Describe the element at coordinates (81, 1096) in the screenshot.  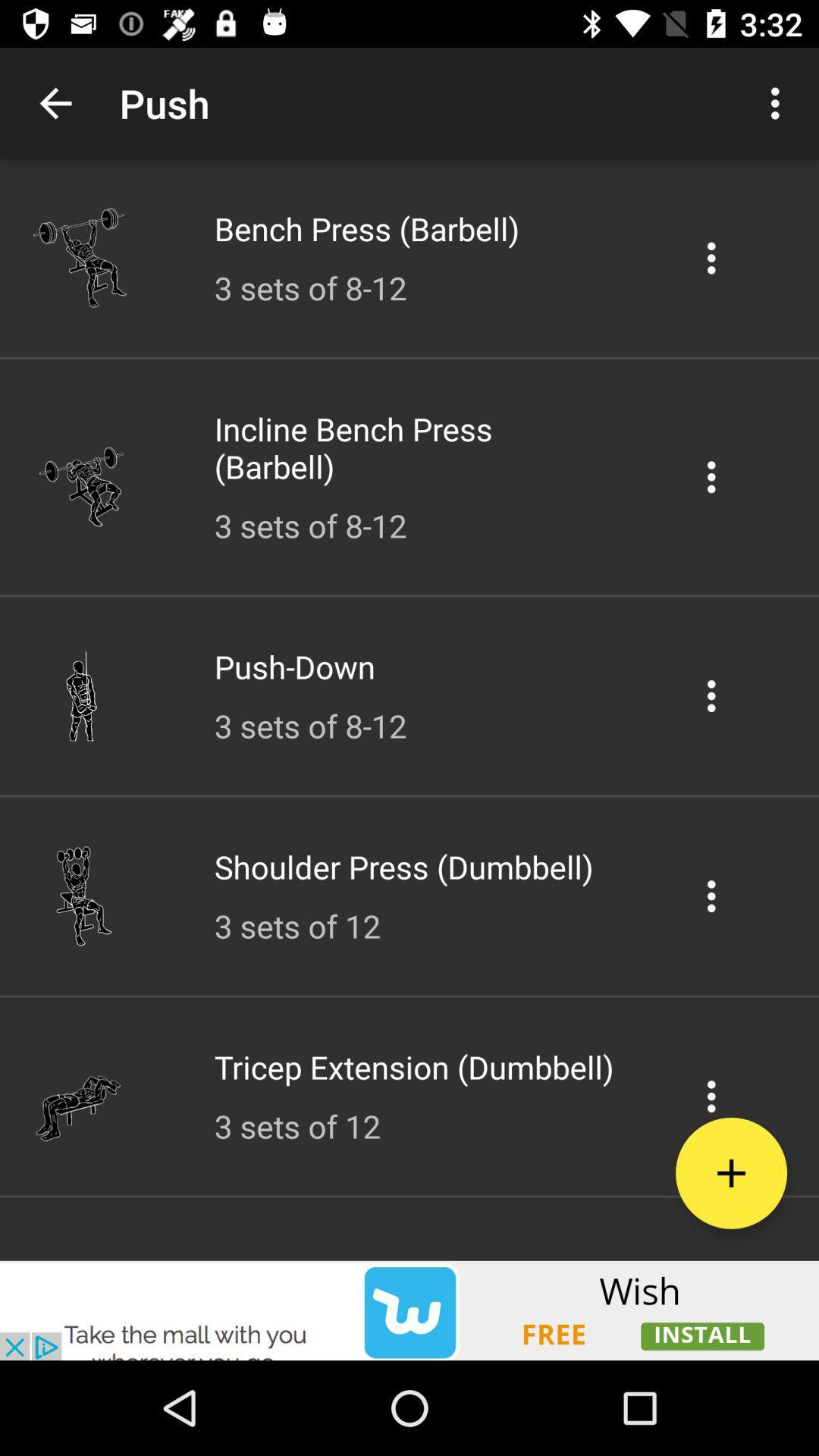
I see `the sixth image` at that location.